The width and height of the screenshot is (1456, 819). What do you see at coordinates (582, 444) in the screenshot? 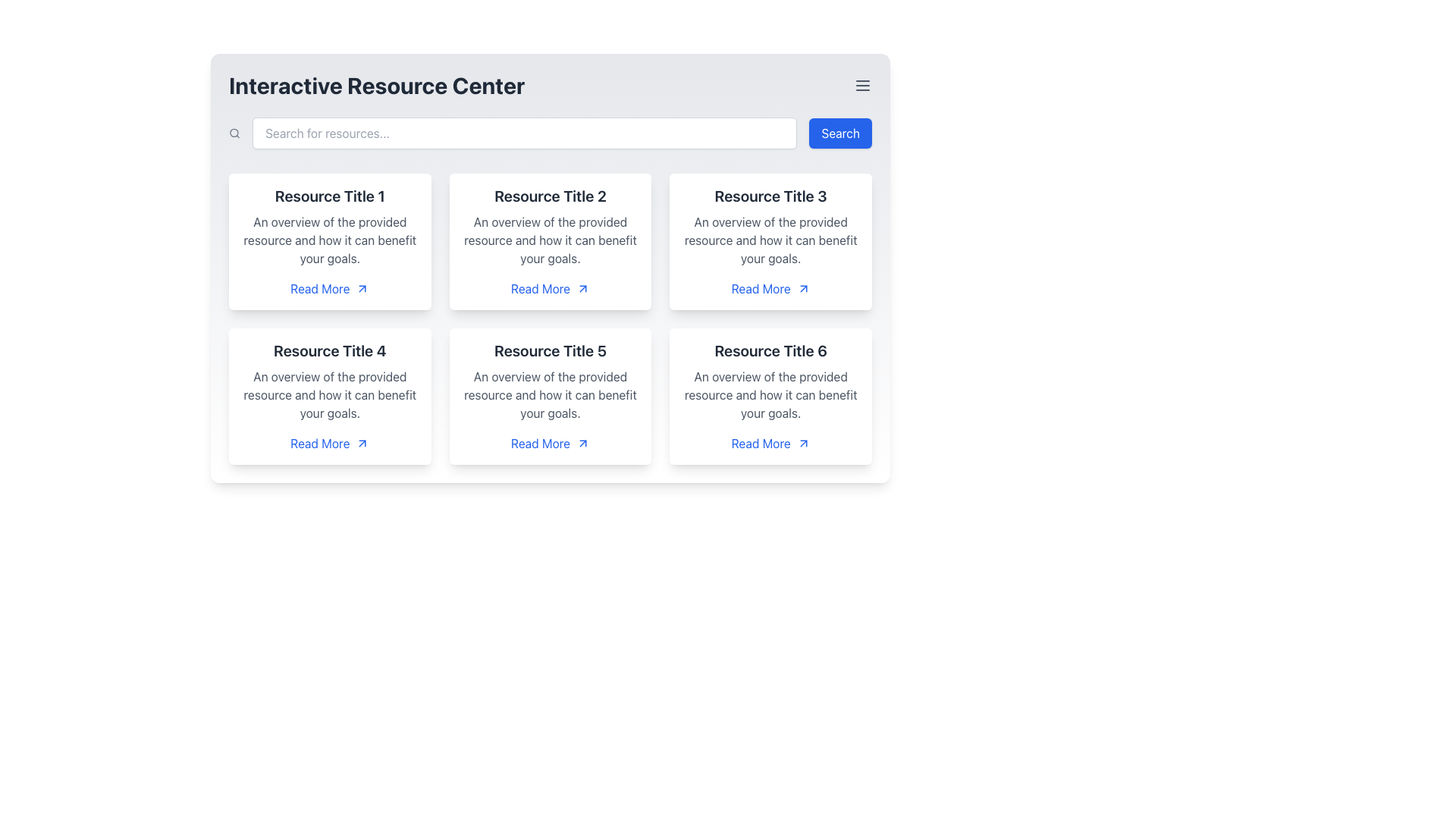
I see `the upward-right arrow icon indicating external navigation located to the right of the 'Read More' text in the fifth card of the grid layout` at bounding box center [582, 444].